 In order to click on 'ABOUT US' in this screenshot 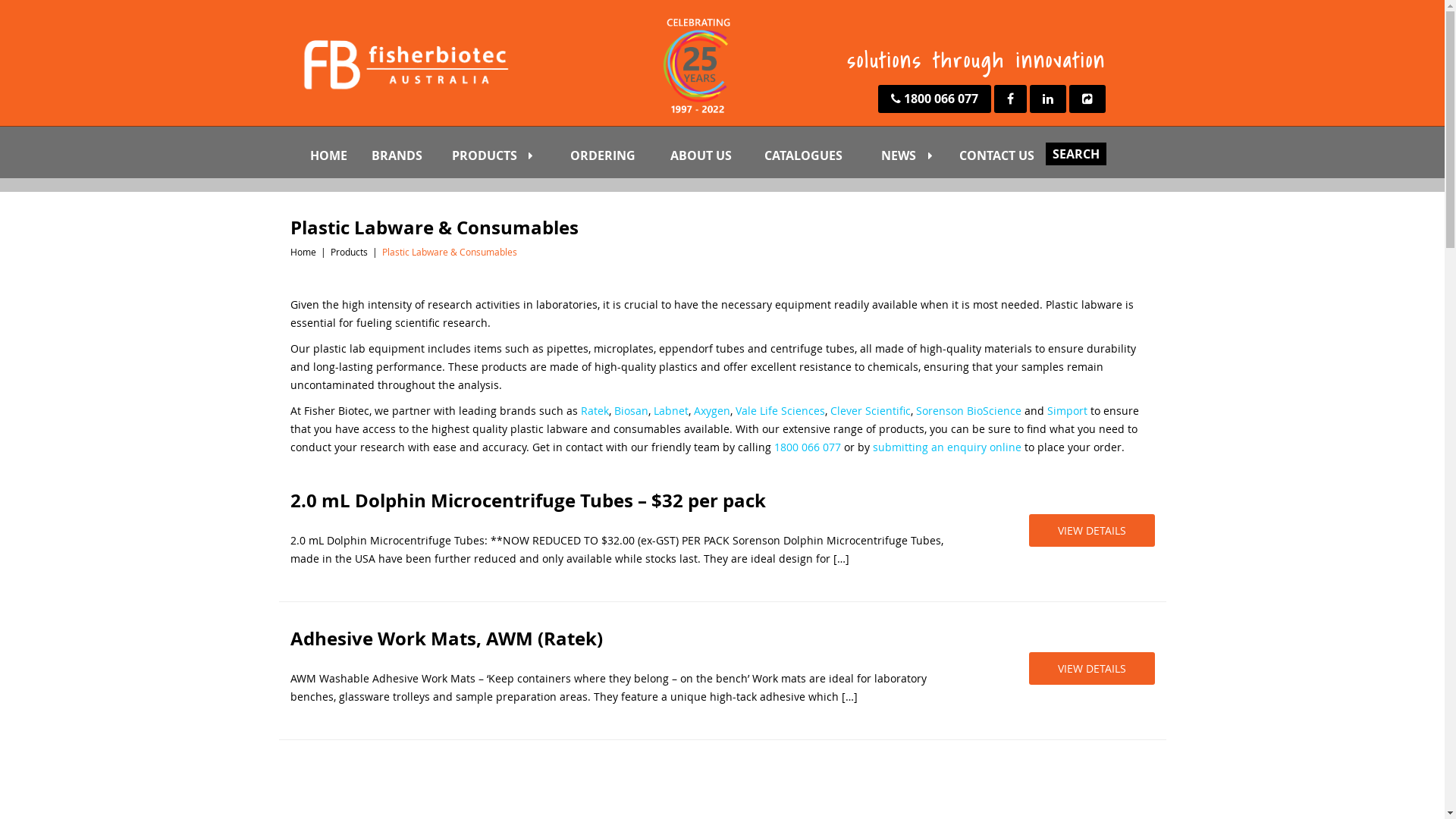, I will do `click(712, 155)`.